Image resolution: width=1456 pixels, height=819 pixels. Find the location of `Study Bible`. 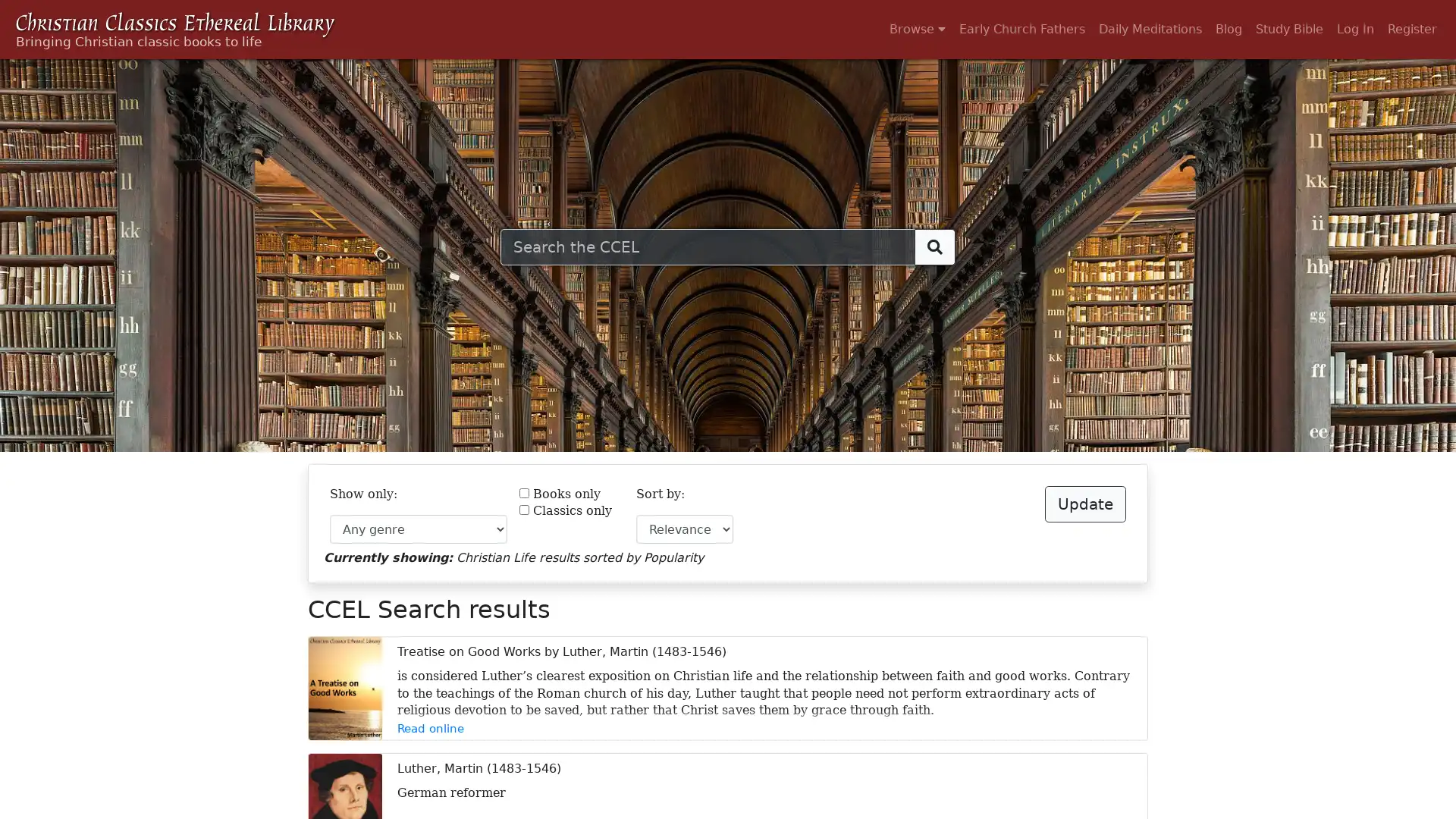

Study Bible is located at coordinates (1288, 29).